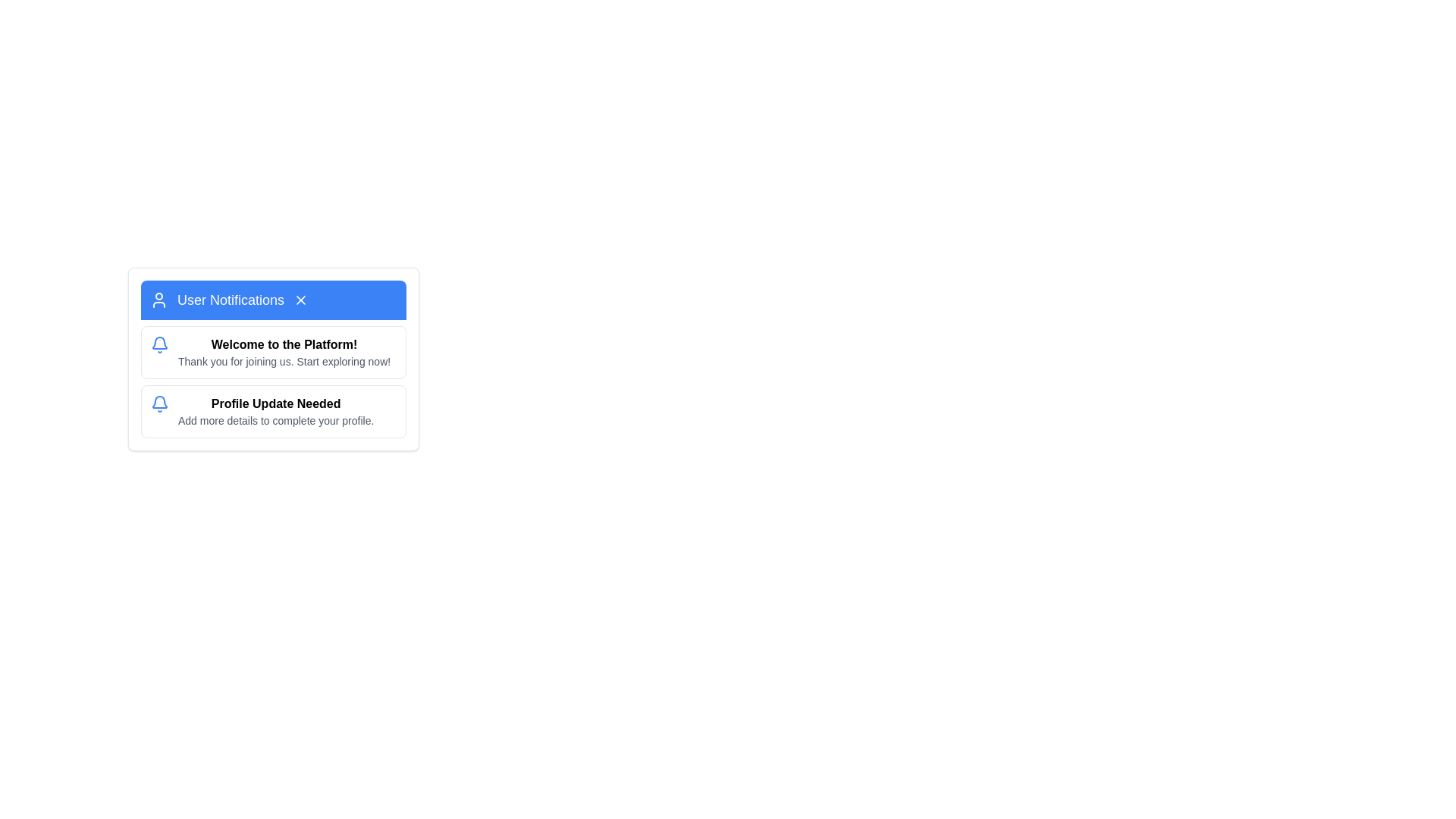  Describe the element at coordinates (284, 362) in the screenshot. I see `the static text element that says 'Thank you for joining us. Start exploring now!' located within the 'User Notifications' card, directly beneath the header 'Welcome to the Platform!'` at that location.